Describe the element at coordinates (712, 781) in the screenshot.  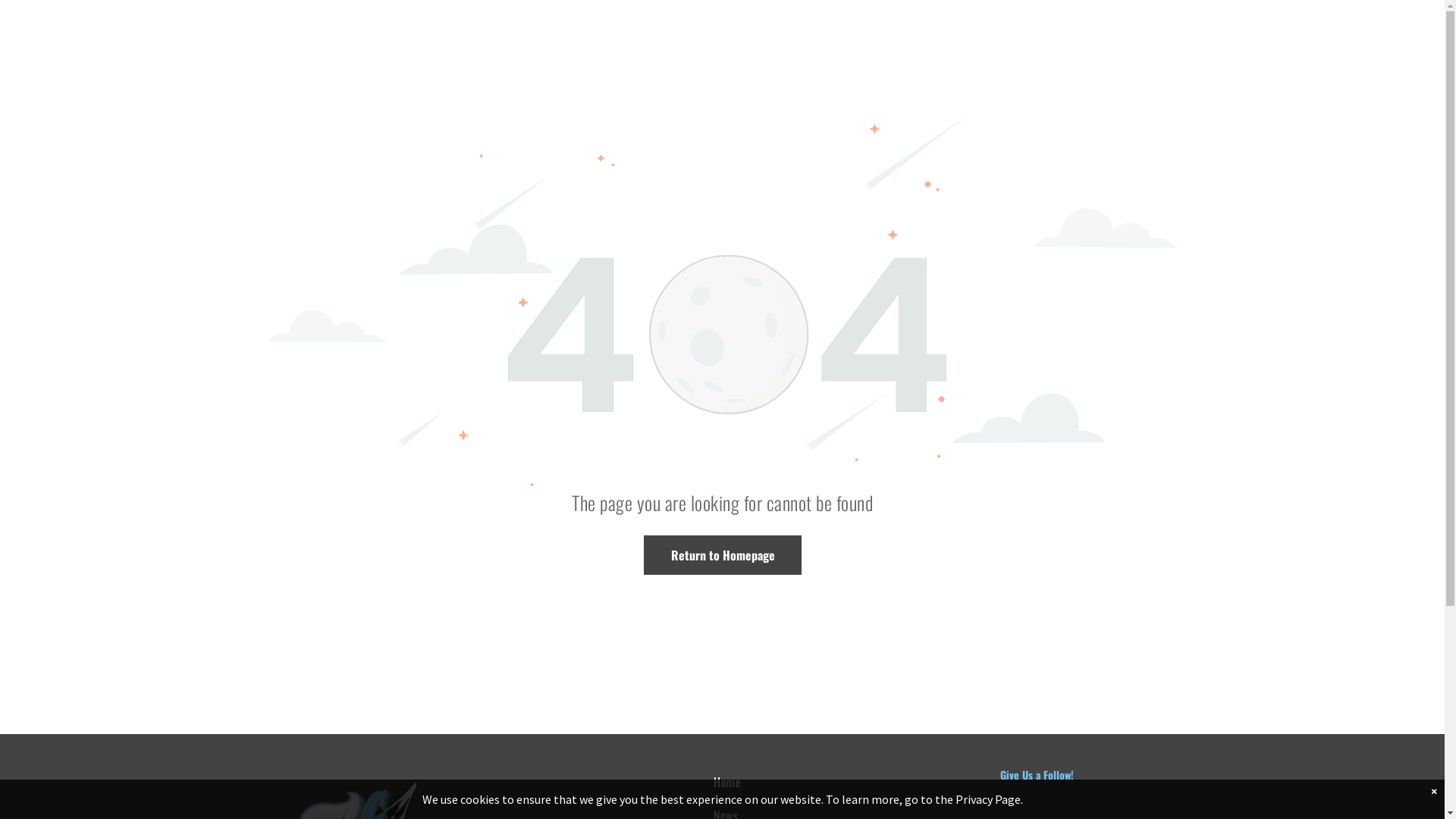
I see `'Home'` at that location.